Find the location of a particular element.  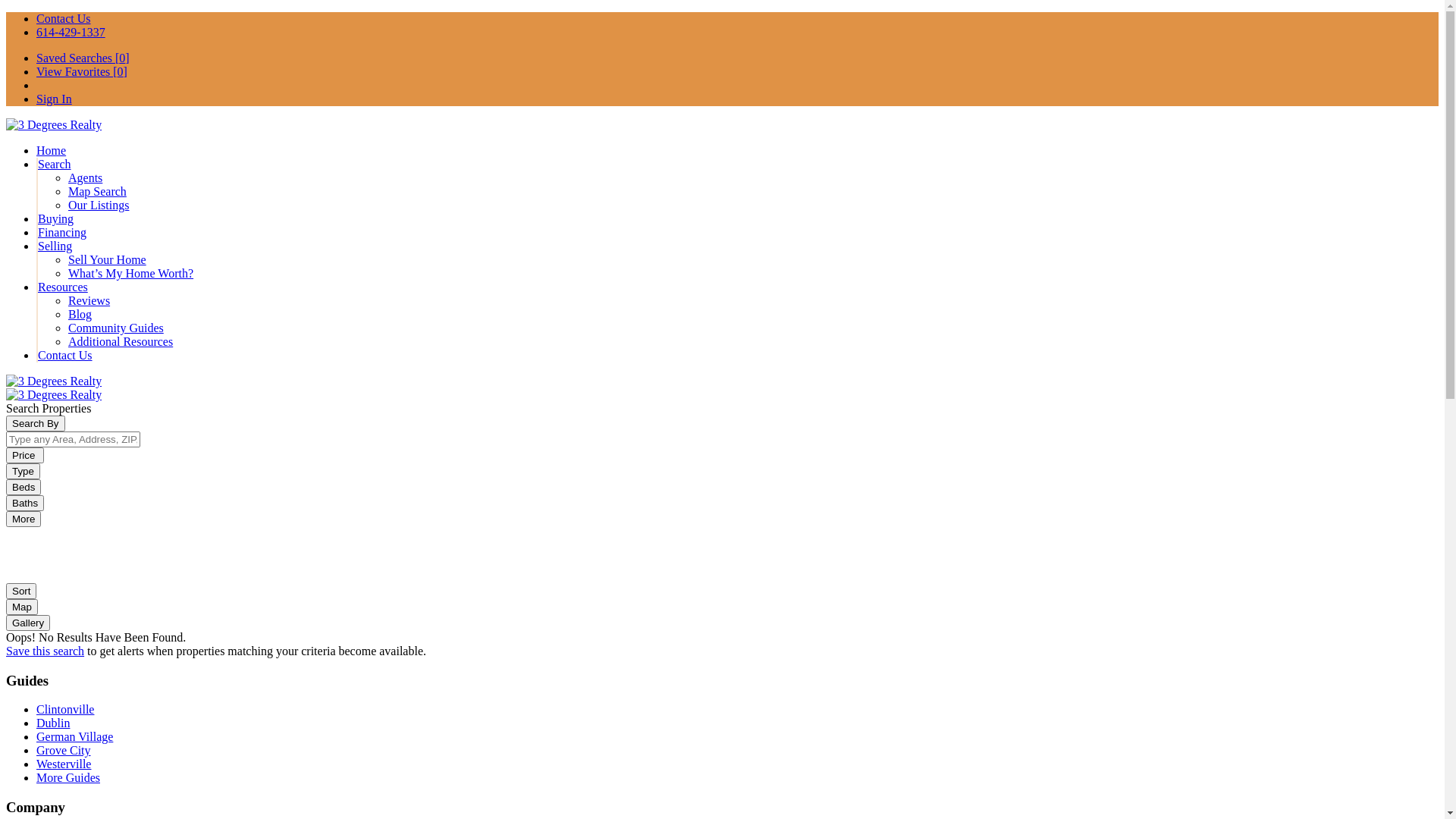

'View Favorites [0]' is located at coordinates (80, 71).